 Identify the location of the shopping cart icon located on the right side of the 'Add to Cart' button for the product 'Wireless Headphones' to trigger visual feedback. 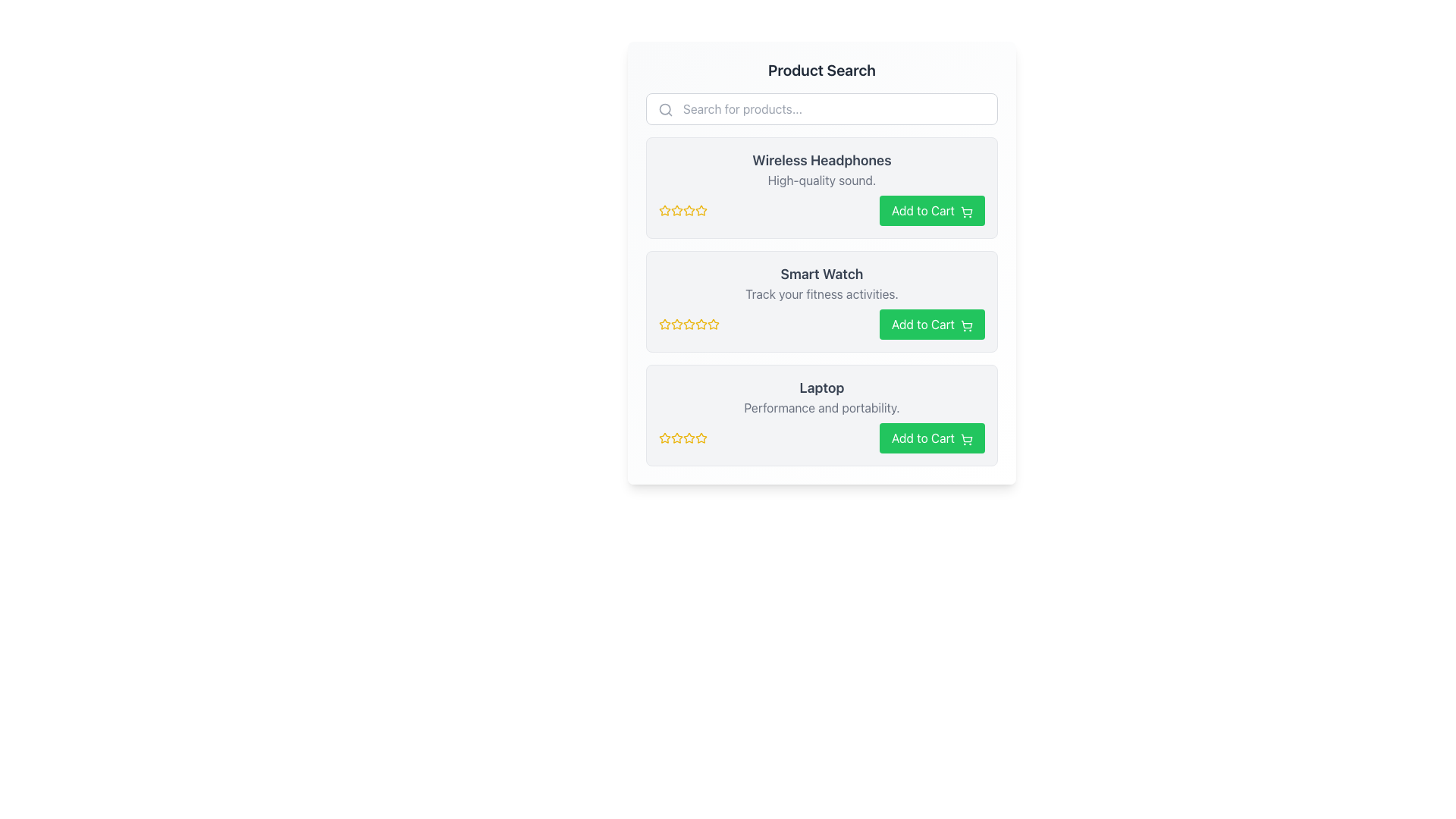
(966, 211).